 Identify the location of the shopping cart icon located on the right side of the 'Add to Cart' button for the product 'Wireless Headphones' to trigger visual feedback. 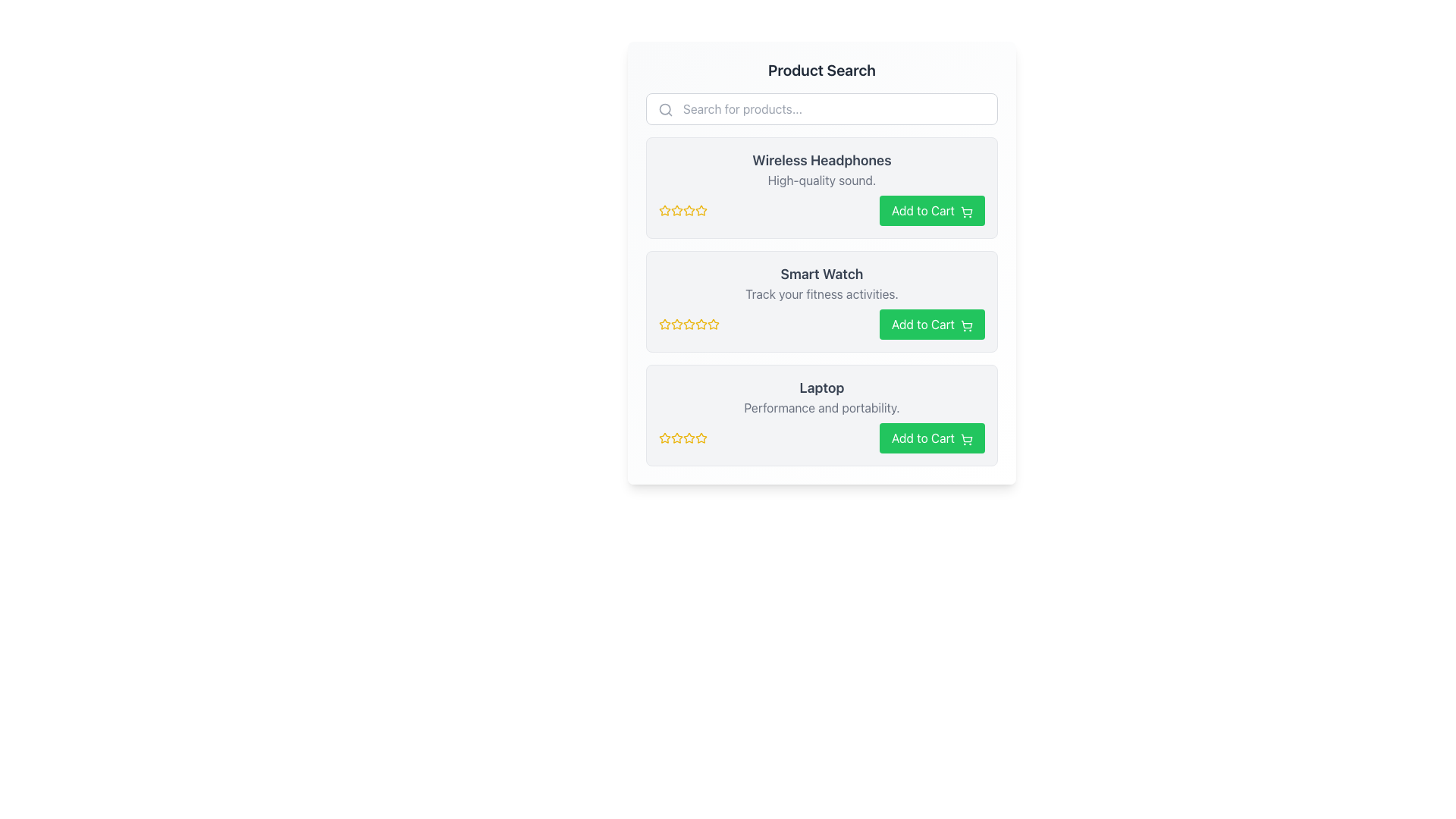
(966, 211).